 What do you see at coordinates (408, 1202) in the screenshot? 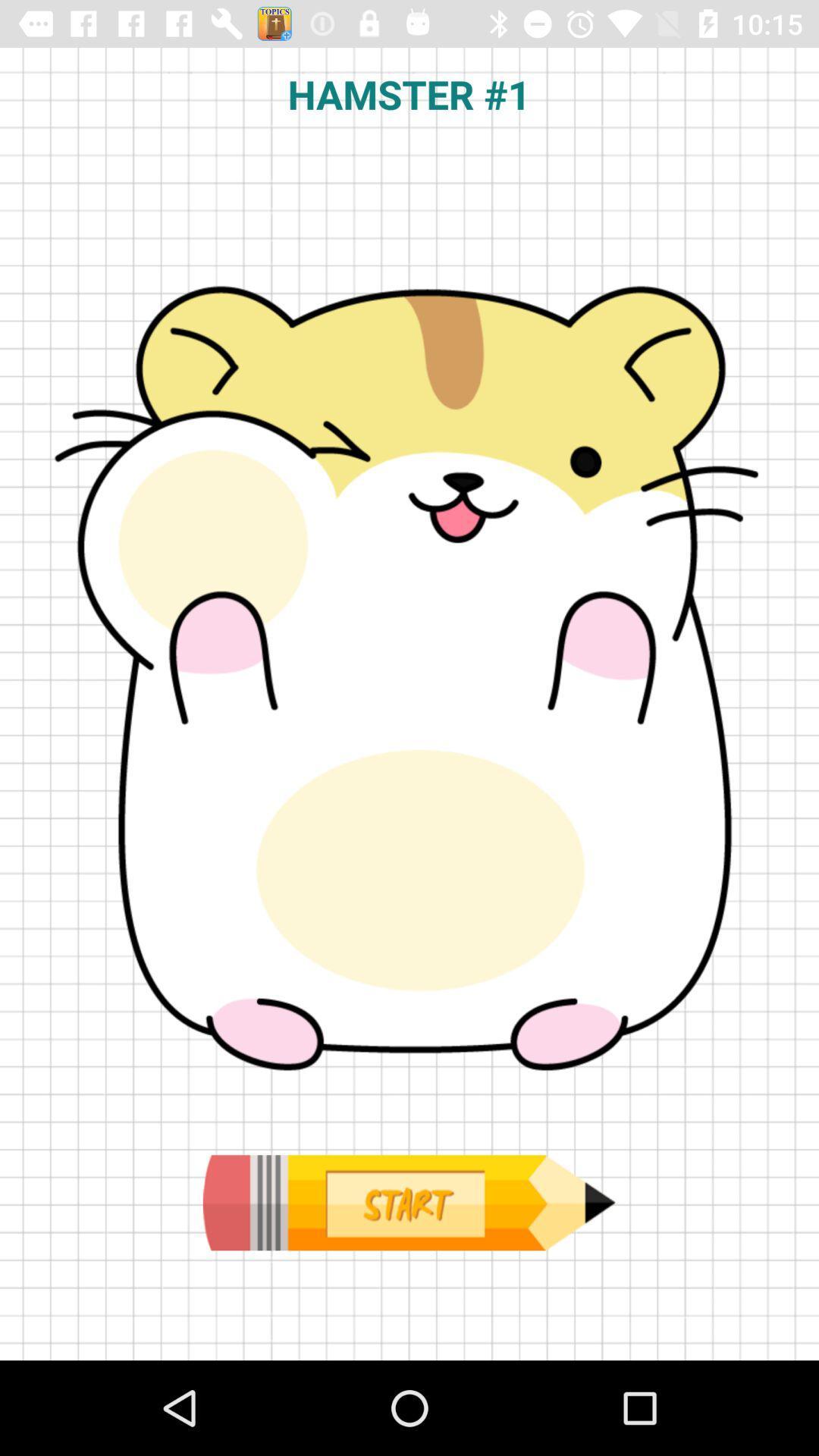
I see `start drawing` at bounding box center [408, 1202].